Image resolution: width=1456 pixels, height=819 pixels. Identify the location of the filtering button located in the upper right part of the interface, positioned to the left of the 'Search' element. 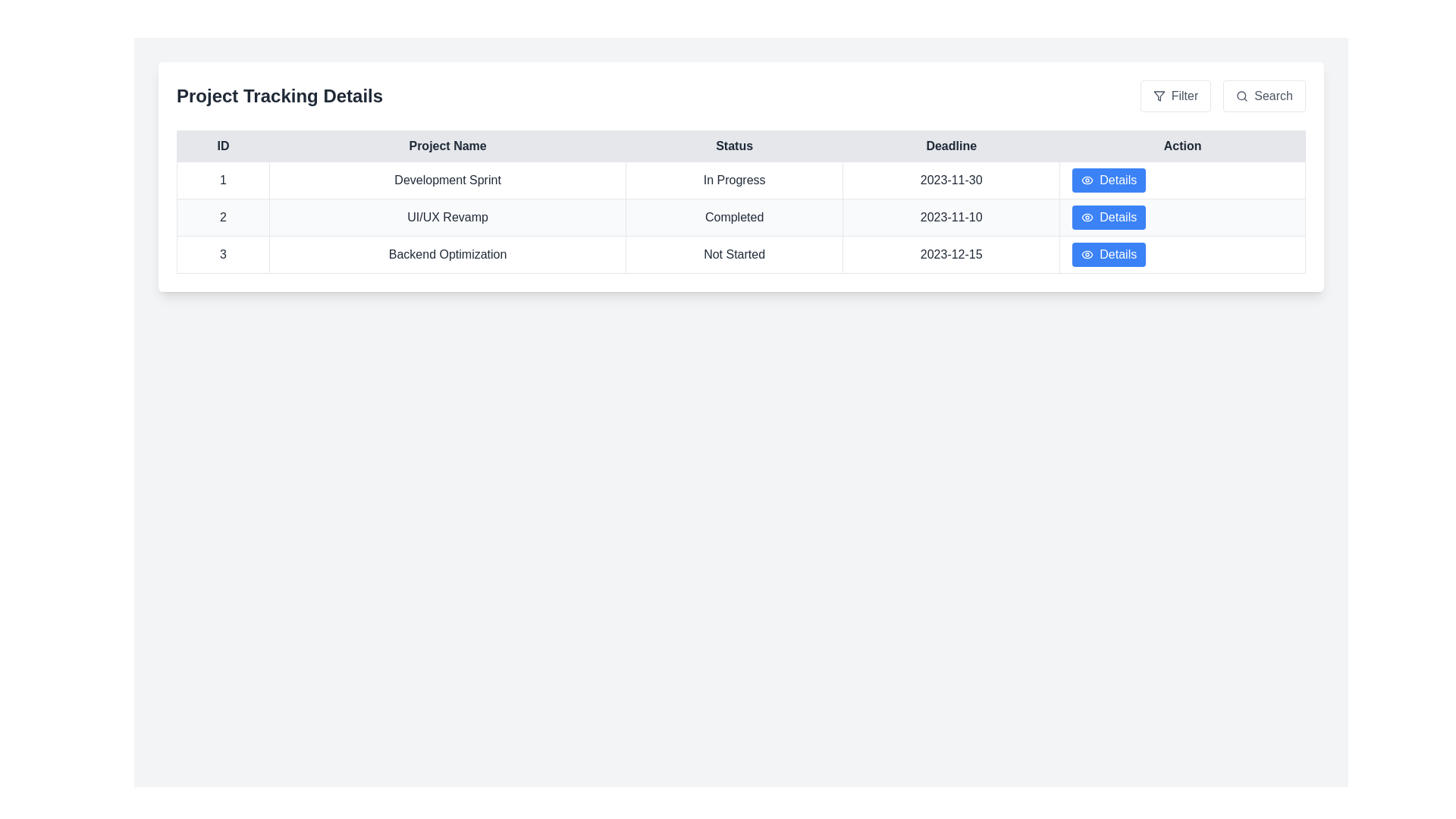
(1175, 96).